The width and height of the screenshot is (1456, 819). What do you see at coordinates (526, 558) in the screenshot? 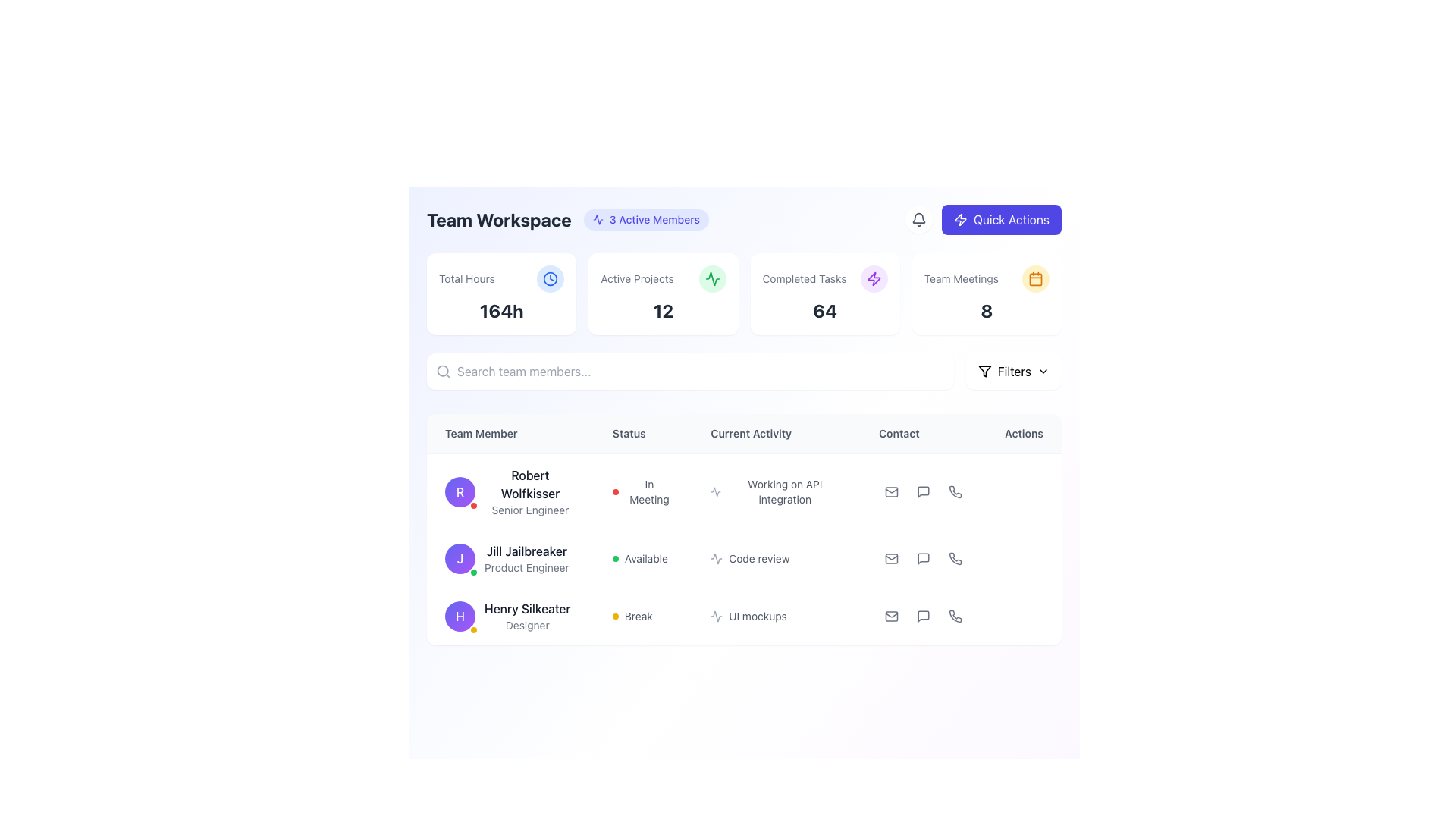
I see `name 'Jill Jailbreaker' and role 'Product Engineer' displayed in bold and lighter text respectively in the second Text Label of the 'Team Member' category` at bounding box center [526, 558].